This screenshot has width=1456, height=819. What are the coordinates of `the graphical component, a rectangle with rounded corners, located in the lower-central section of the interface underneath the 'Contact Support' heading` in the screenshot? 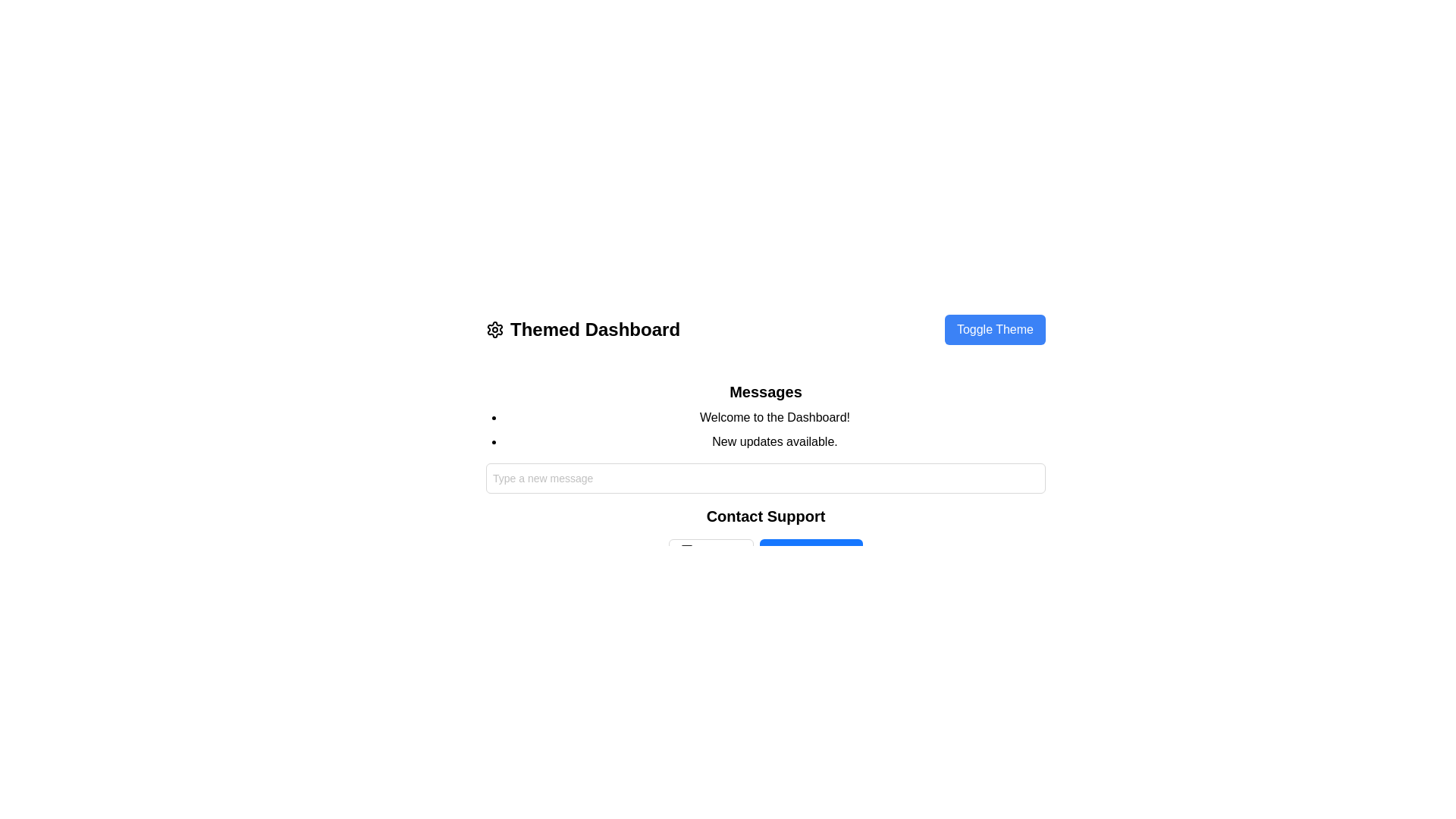 It's located at (686, 550).